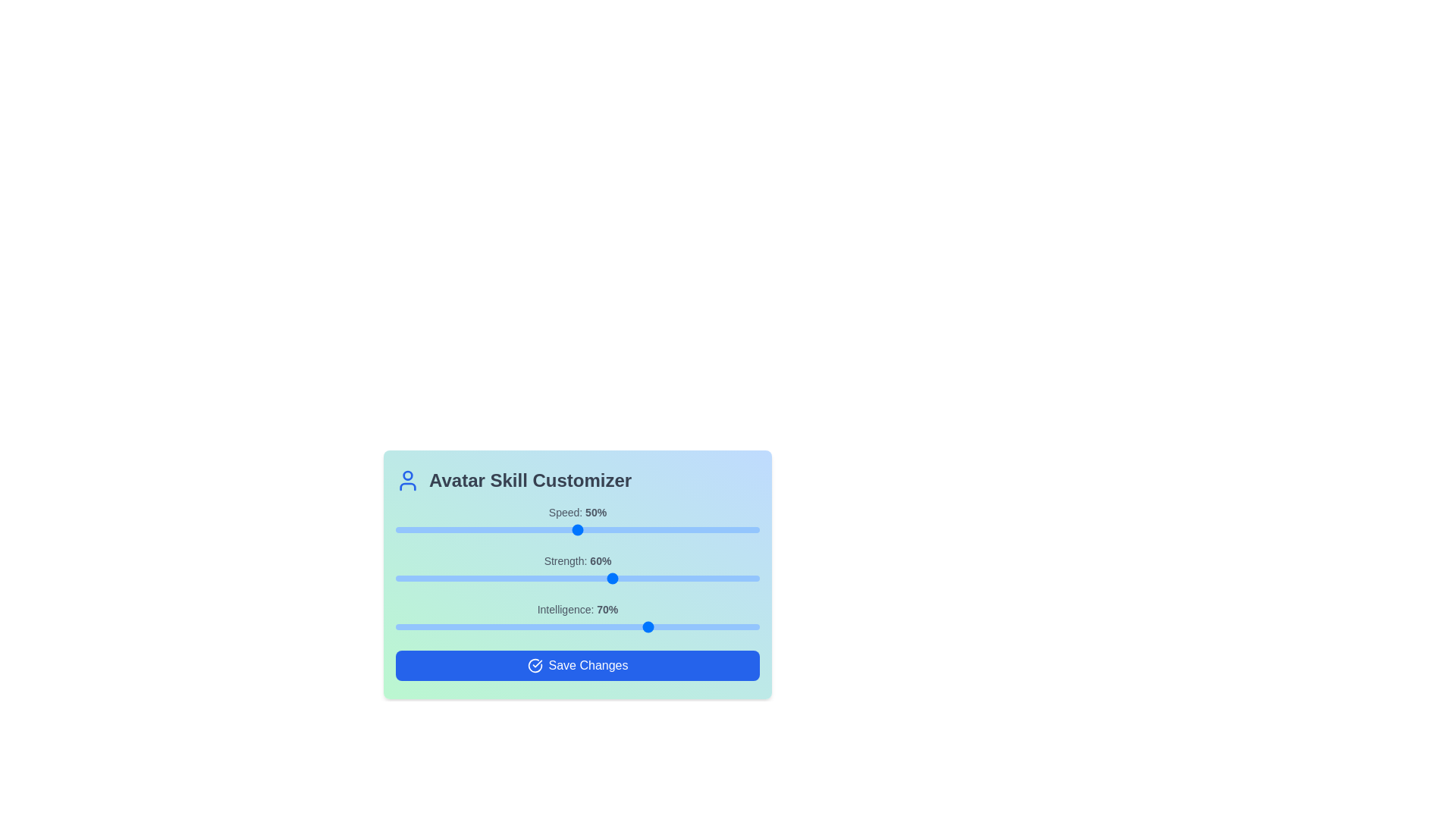  What do you see at coordinates (421, 626) in the screenshot?
I see `the slider` at bounding box center [421, 626].